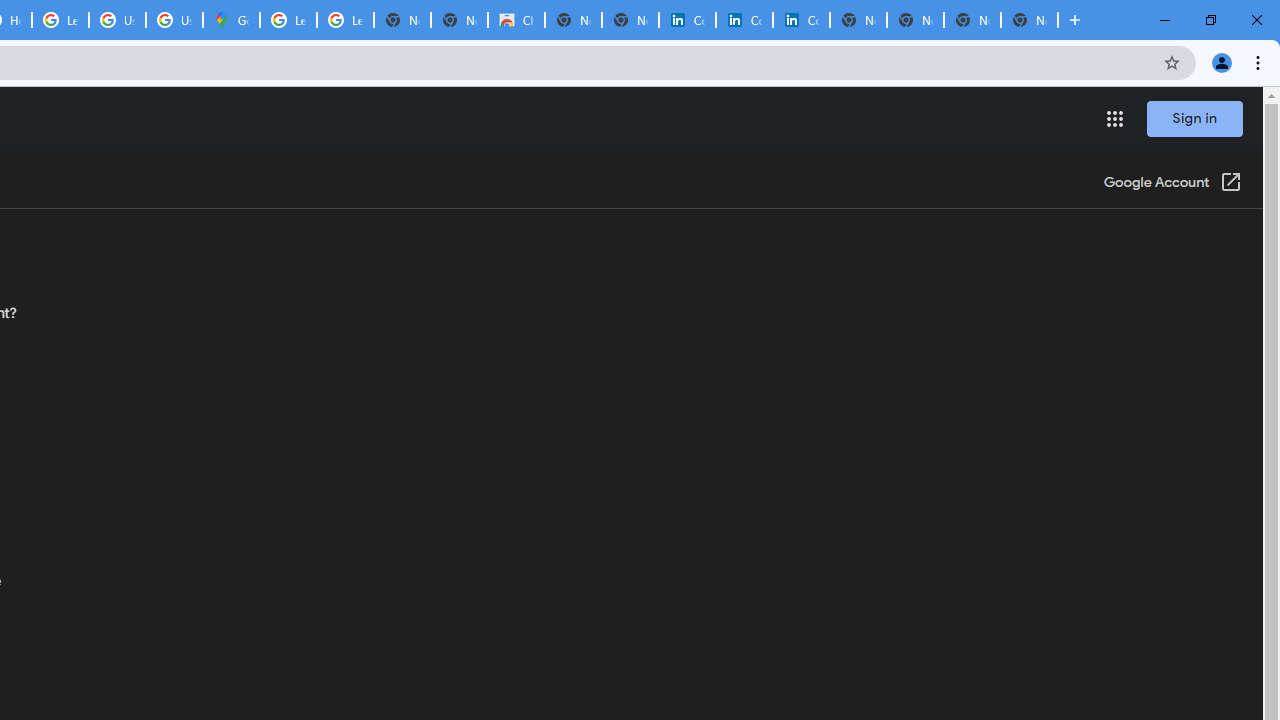  I want to click on 'Chrome Web Store', so click(516, 20).